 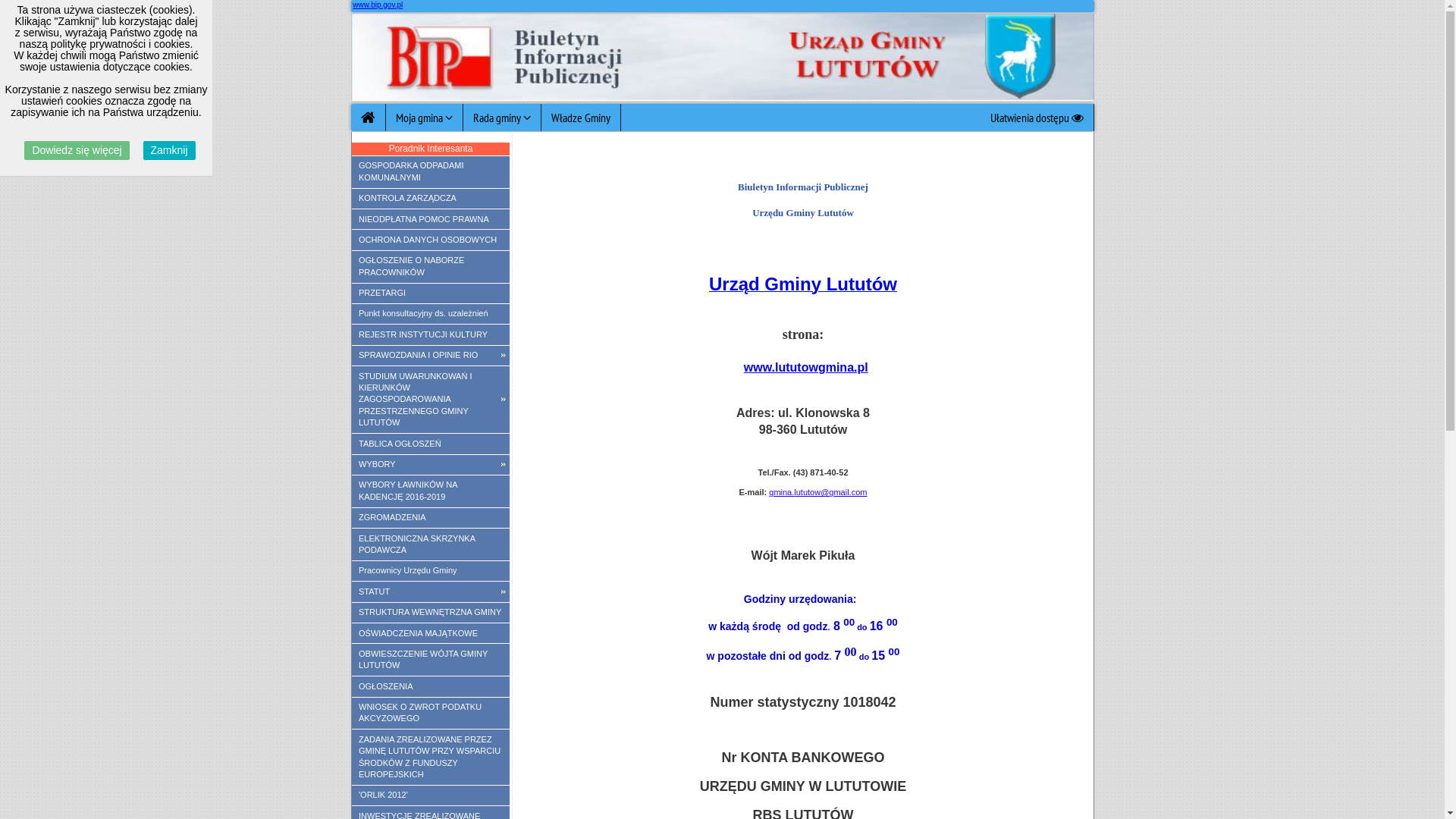 I want to click on 'OCHRONA DANYCH OSOBOWYCH', so click(x=429, y=239).